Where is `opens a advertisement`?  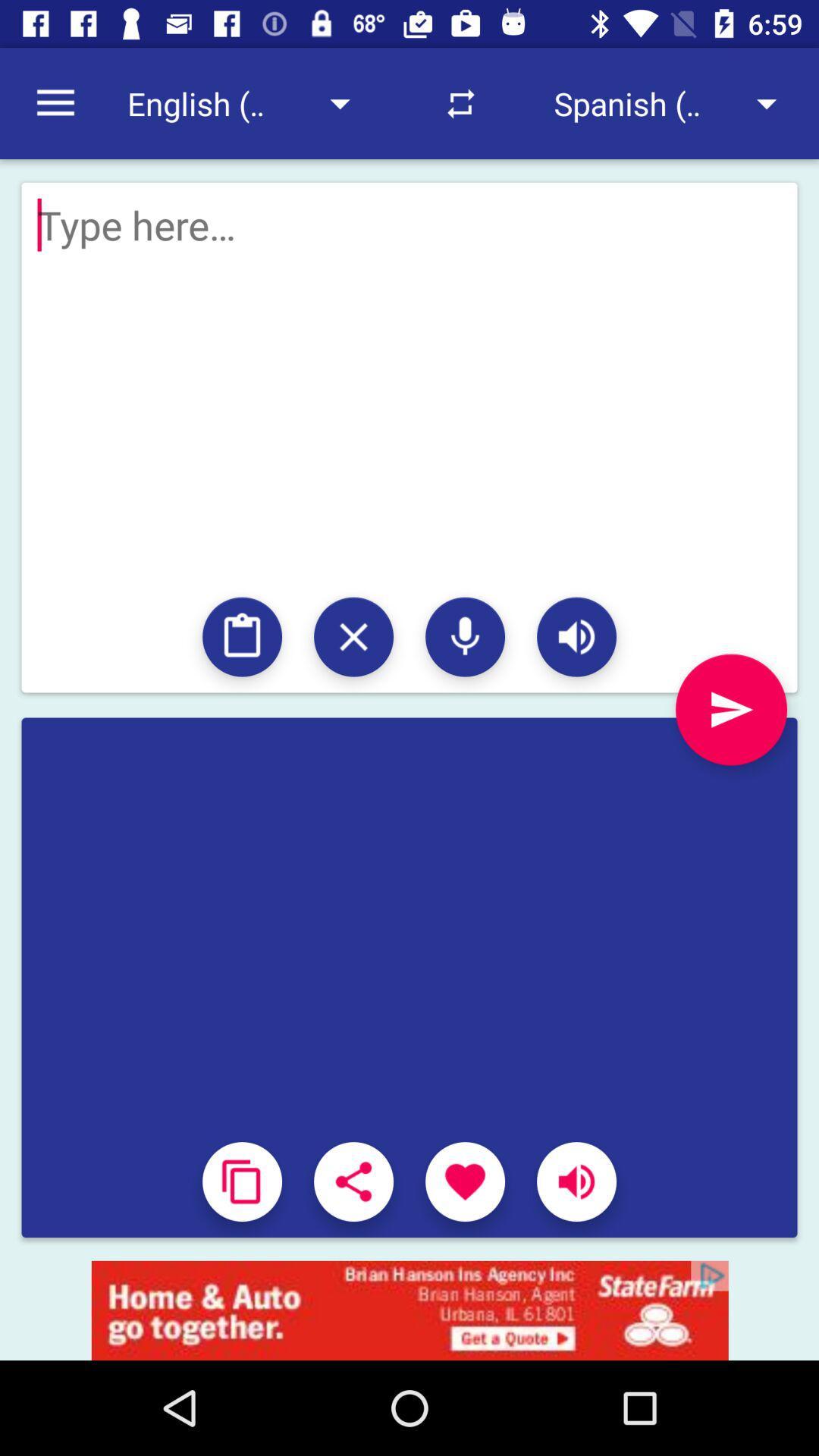 opens a advertisement is located at coordinates (409, 1310).